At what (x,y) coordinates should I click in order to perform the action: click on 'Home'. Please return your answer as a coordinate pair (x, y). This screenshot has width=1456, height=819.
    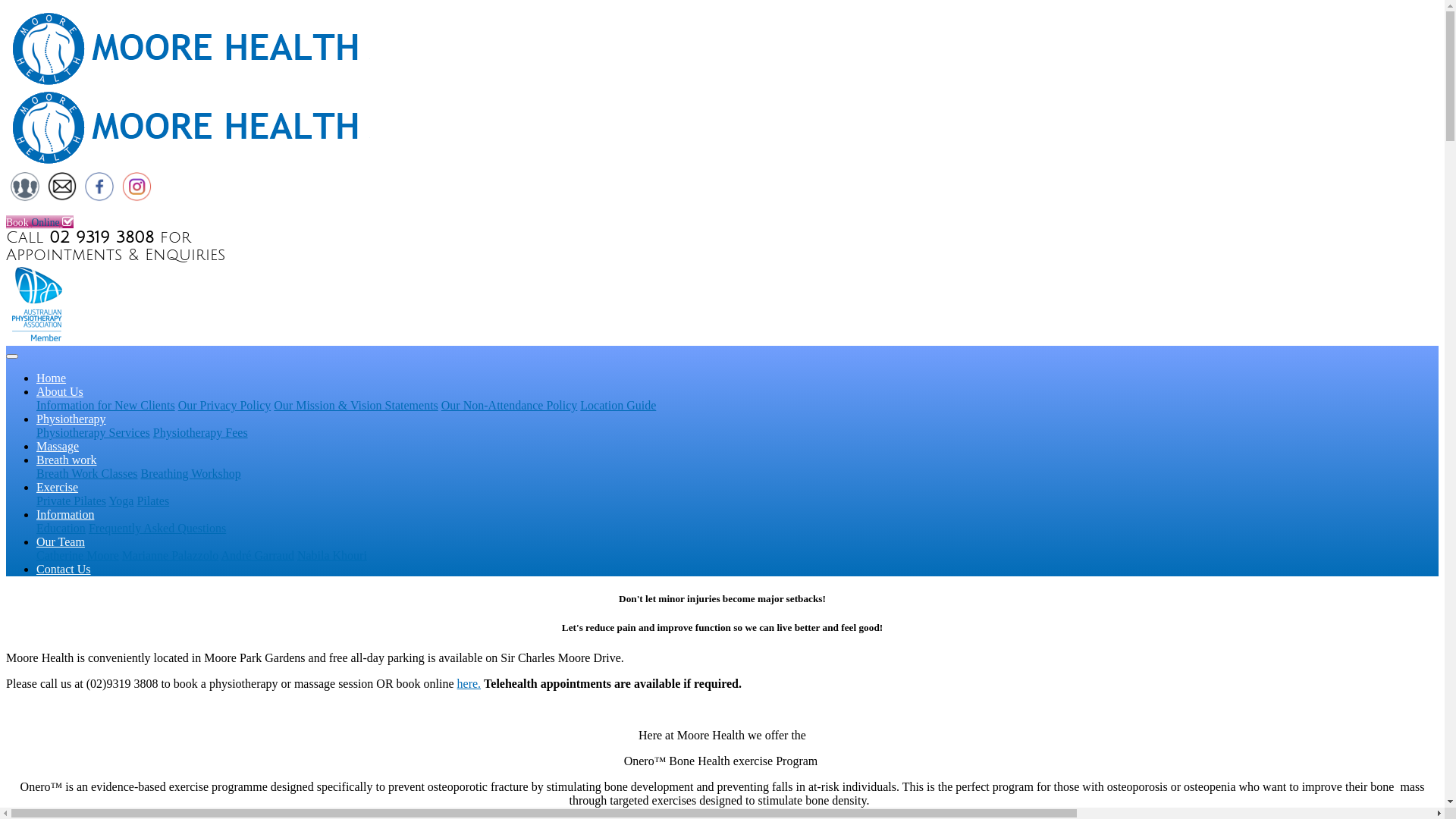
    Looking at the image, I should click on (51, 377).